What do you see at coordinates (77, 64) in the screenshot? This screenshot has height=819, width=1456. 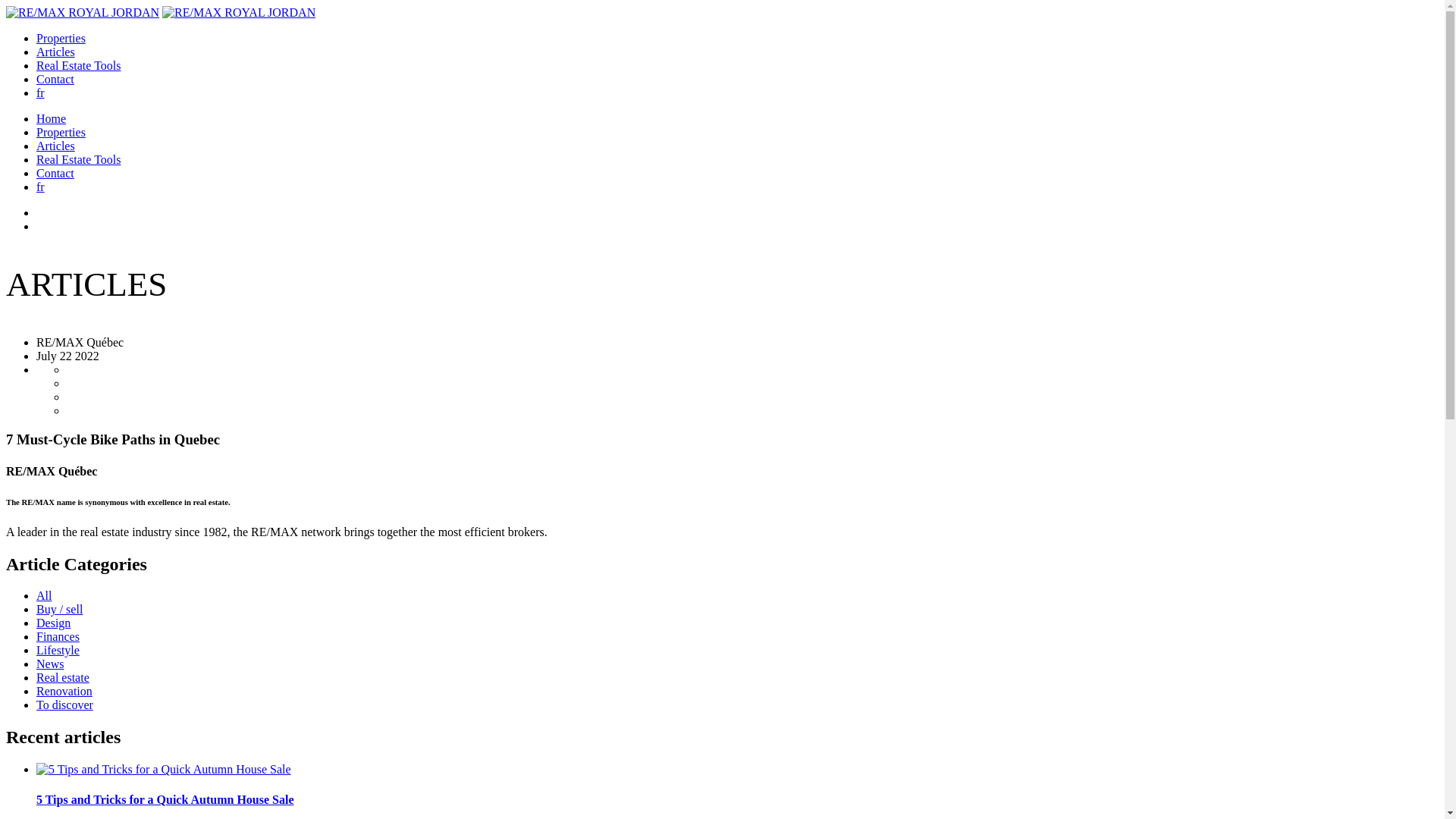 I see `'Real Estate Tools'` at bounding box center [77, 64].